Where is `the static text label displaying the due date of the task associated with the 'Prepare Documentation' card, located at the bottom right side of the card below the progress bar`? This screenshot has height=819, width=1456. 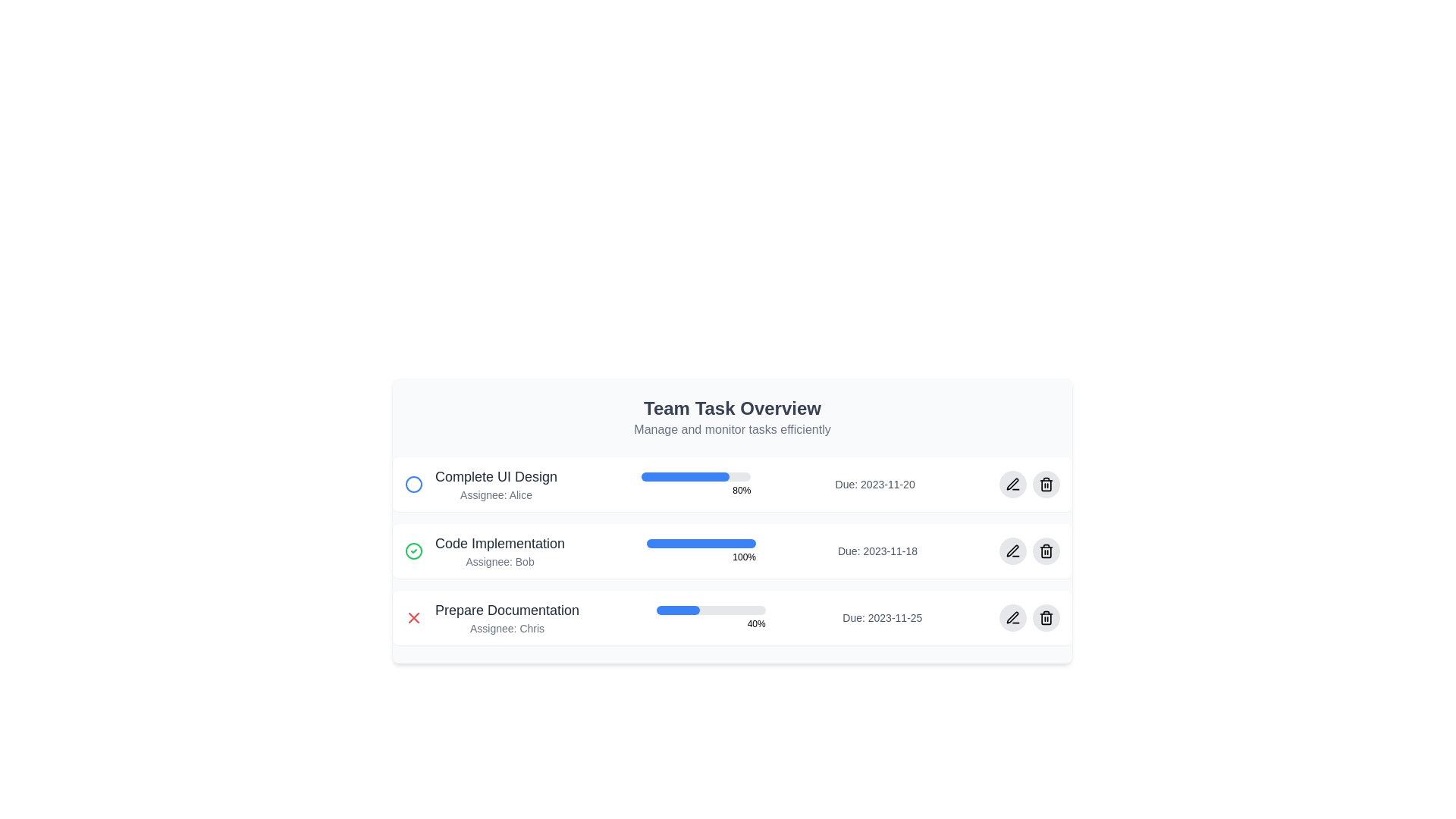
the static text label displaying the due date of the task associated with the 'Prepare Documentation' card, located at the bottom right side of the card below the progress bar is located at coordinates (882, 617).